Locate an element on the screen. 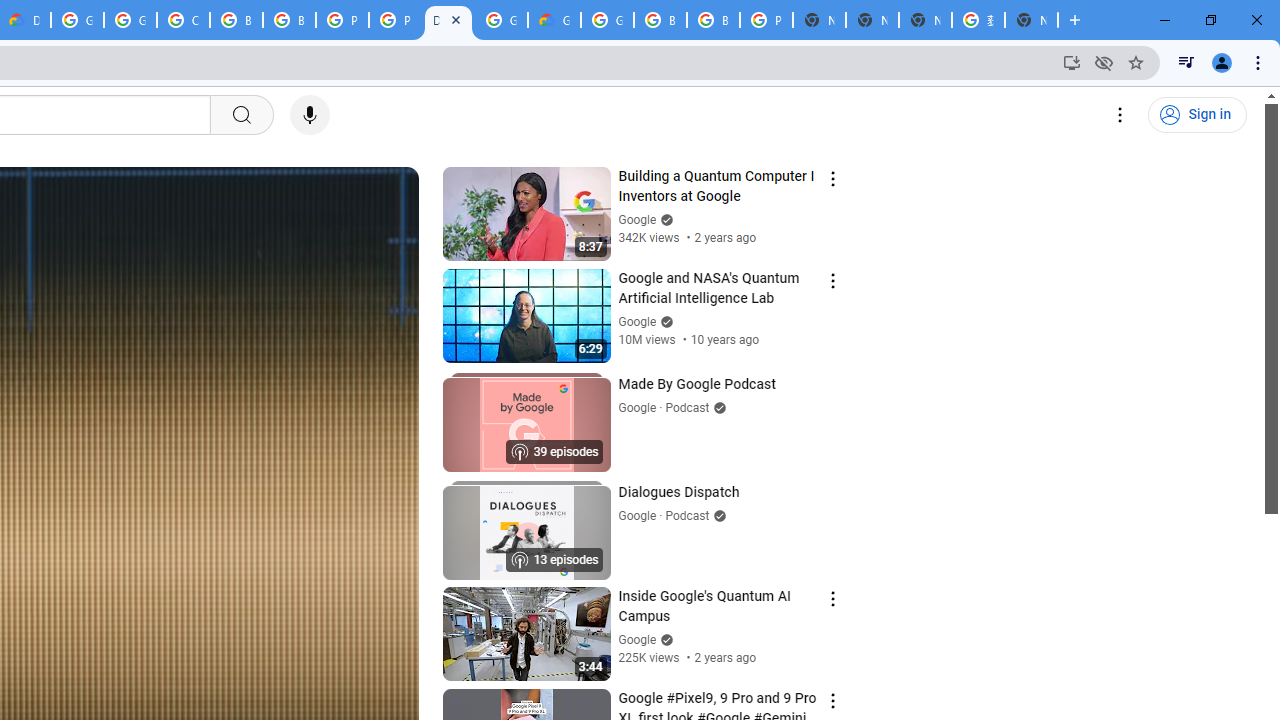 This screenshot has width=1280, height=720. 'Action menu' is located at coordinates (832, 699).